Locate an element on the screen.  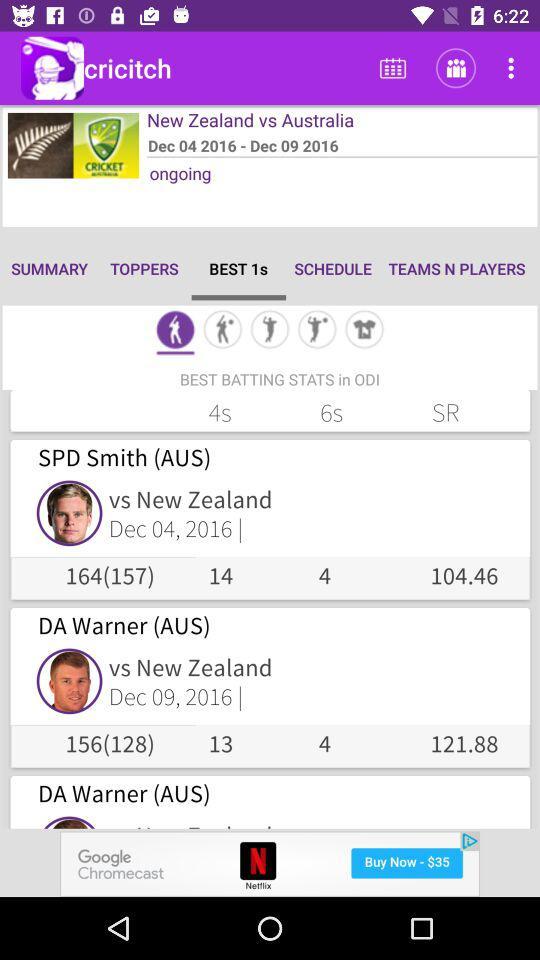
mode select is located at coordinates (175, 331).